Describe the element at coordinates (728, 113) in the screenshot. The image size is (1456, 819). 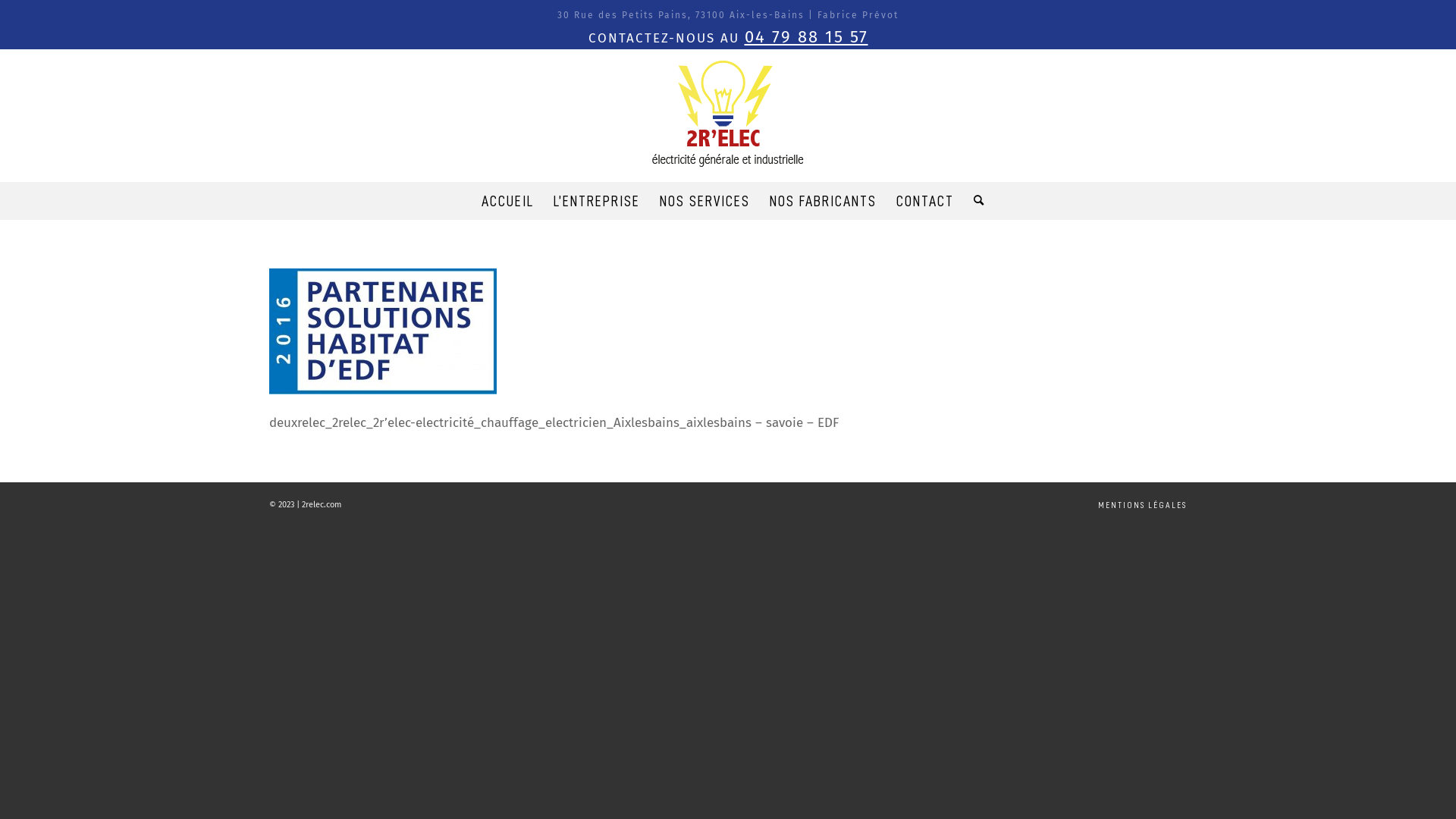
I see `'logo_2relec_'` at that location.